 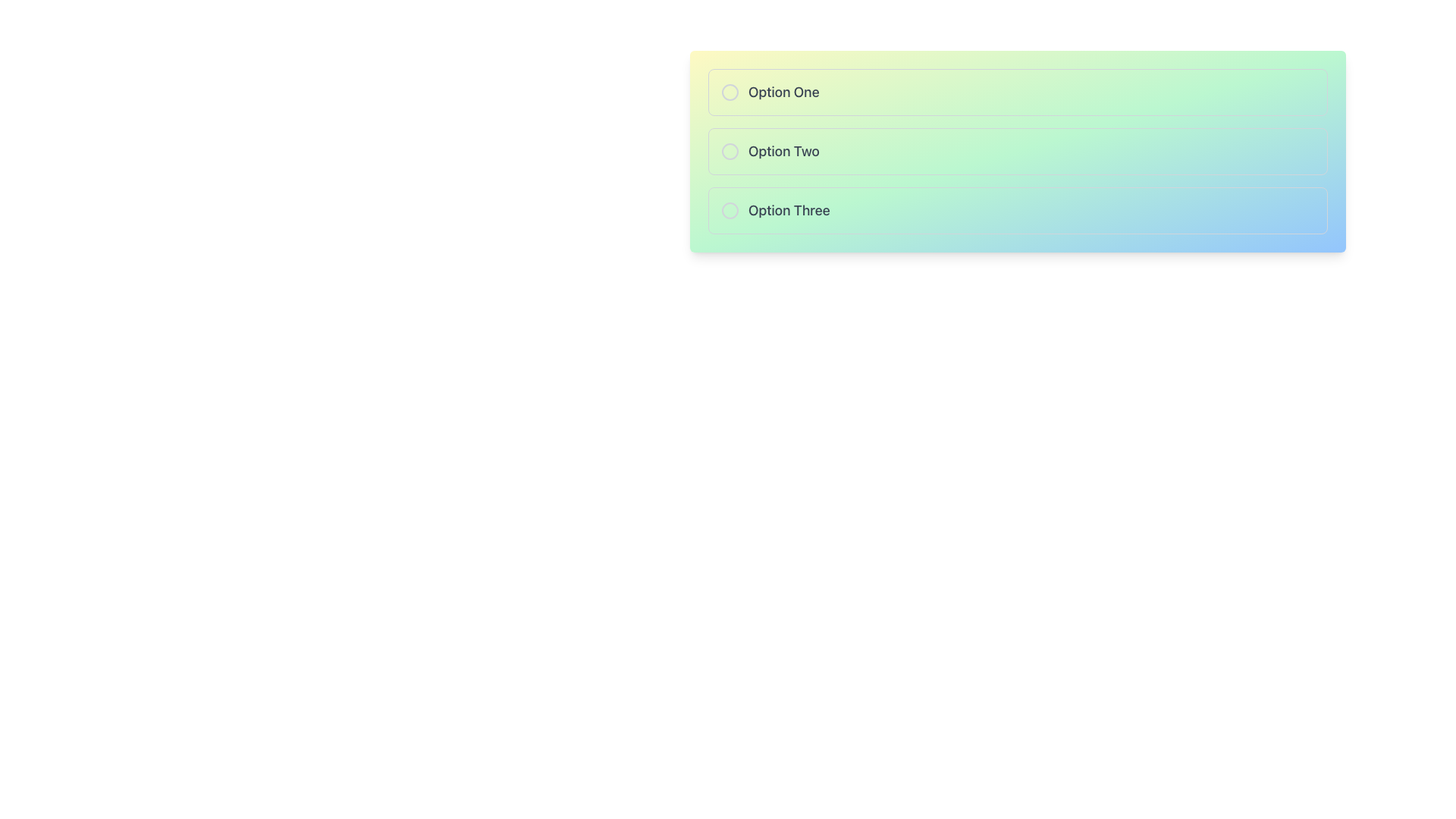 I want to click on the first selectable item element in the radio button group, so click(x=1018, y=93).